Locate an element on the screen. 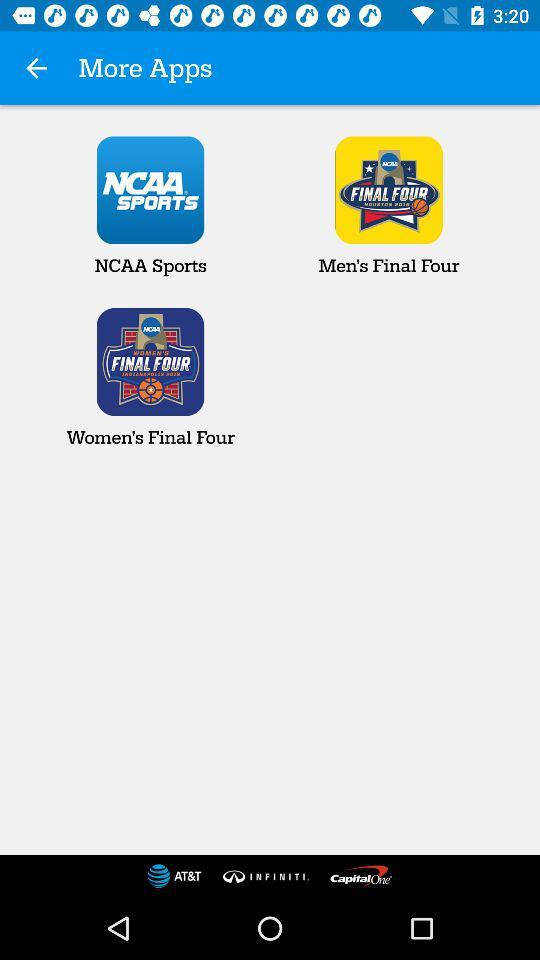  ncaa sports item is located at coordinates (149, 206).